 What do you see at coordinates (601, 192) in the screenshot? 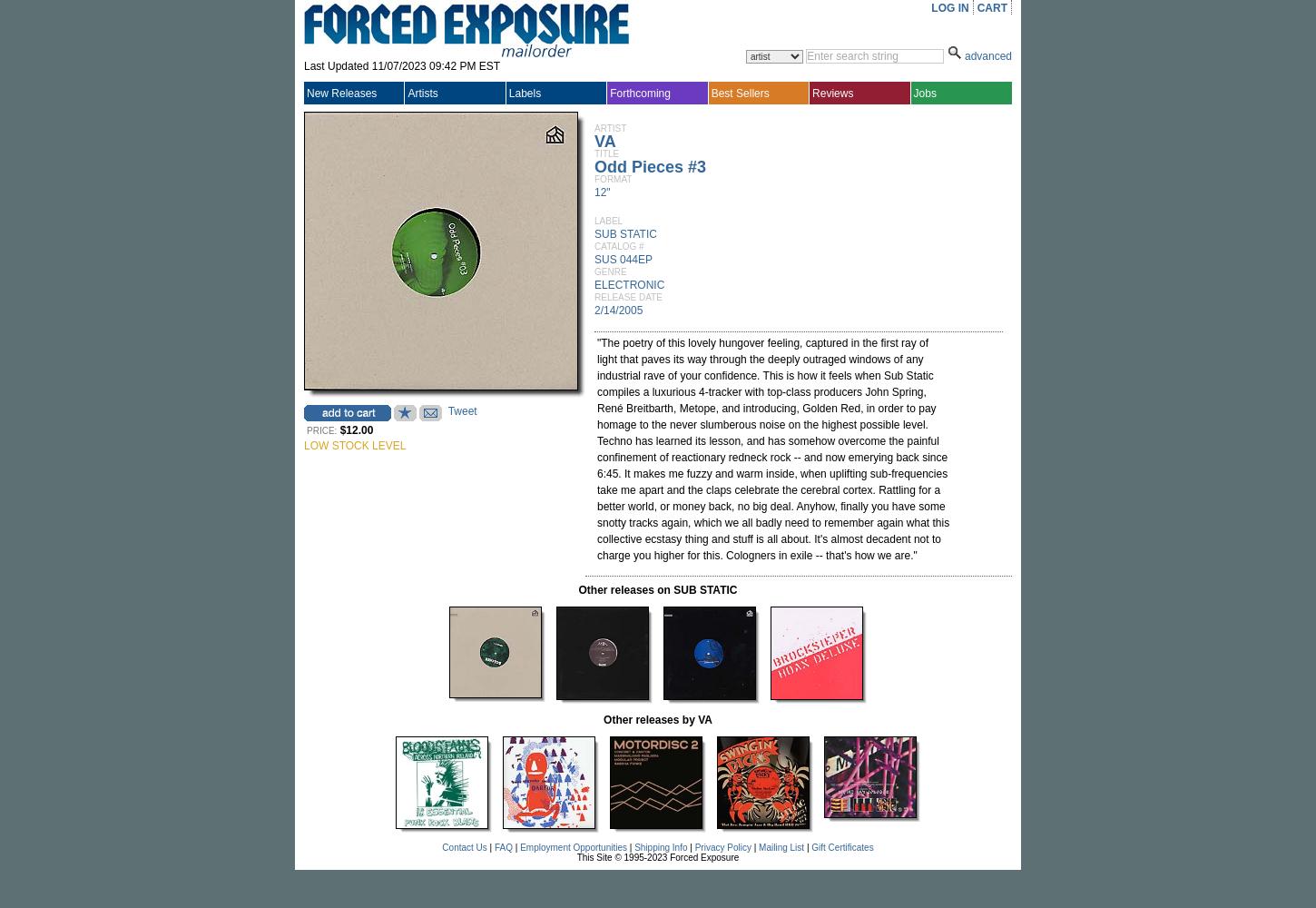
I see `'12"'` at bounding box center [601, 192].